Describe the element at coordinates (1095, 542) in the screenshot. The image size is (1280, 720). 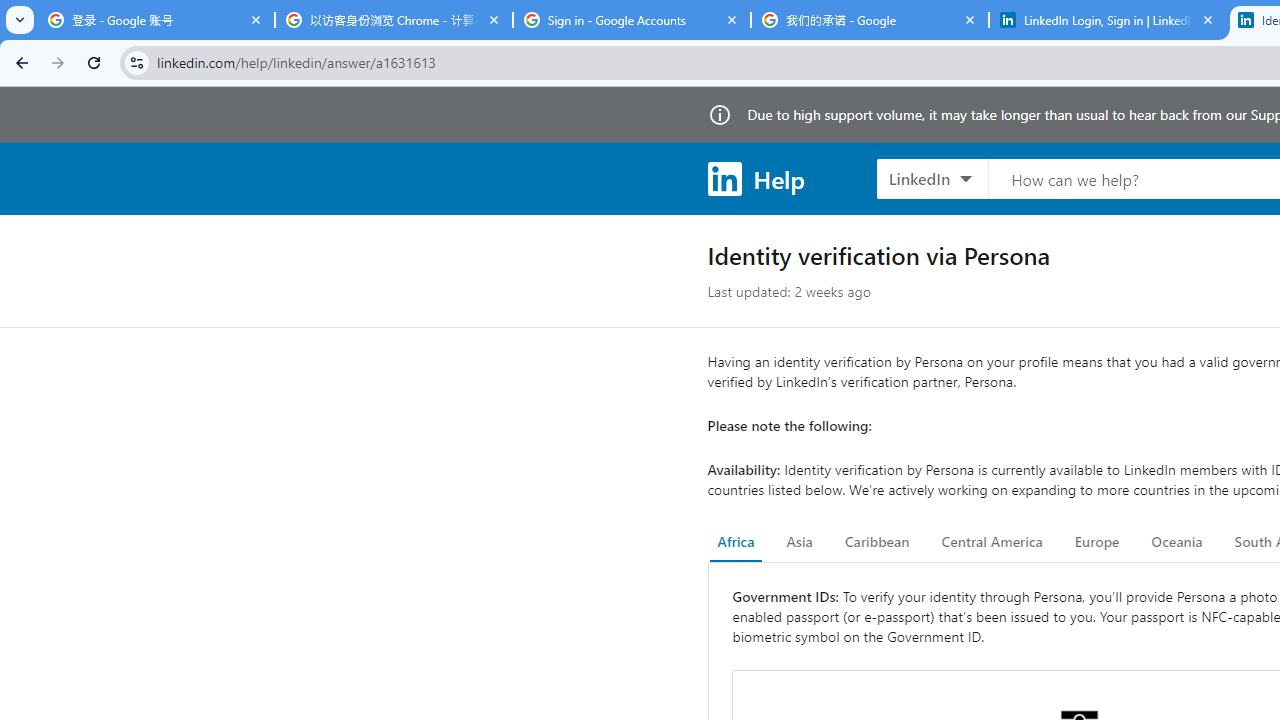
I see `'Europe'` at that location.